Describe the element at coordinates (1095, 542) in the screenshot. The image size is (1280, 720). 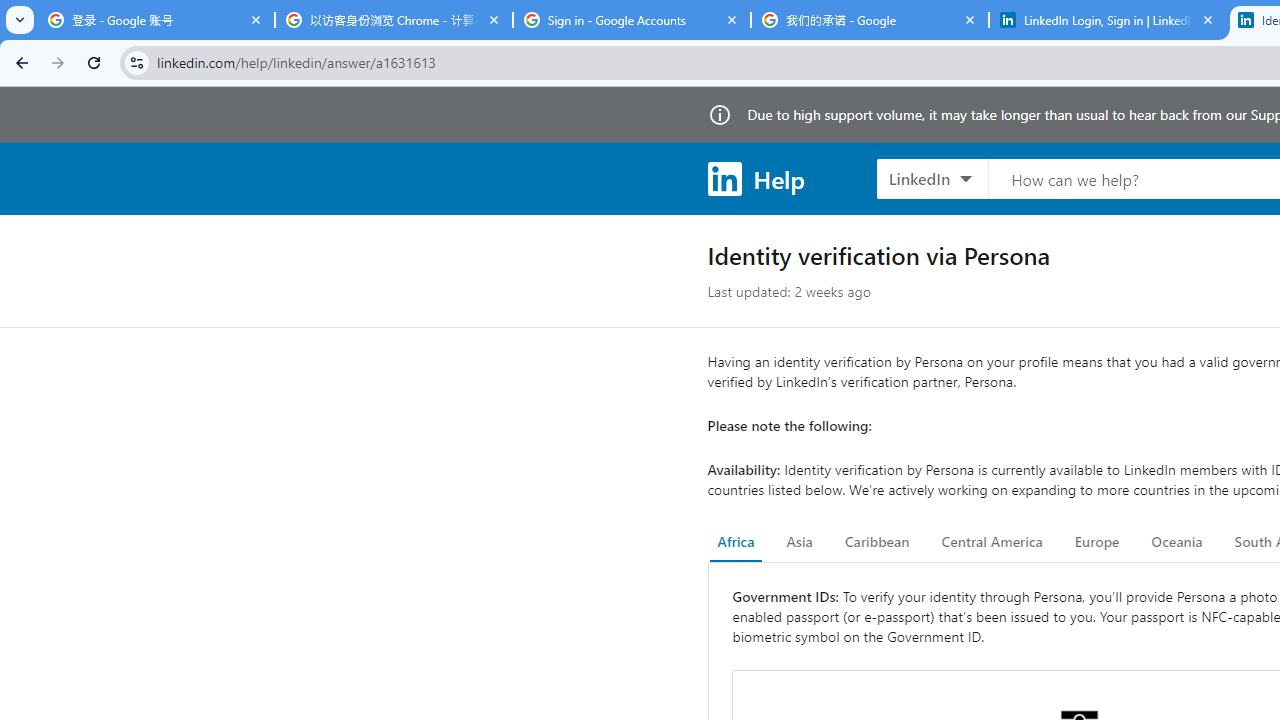
I see `'Europe'` at that location.